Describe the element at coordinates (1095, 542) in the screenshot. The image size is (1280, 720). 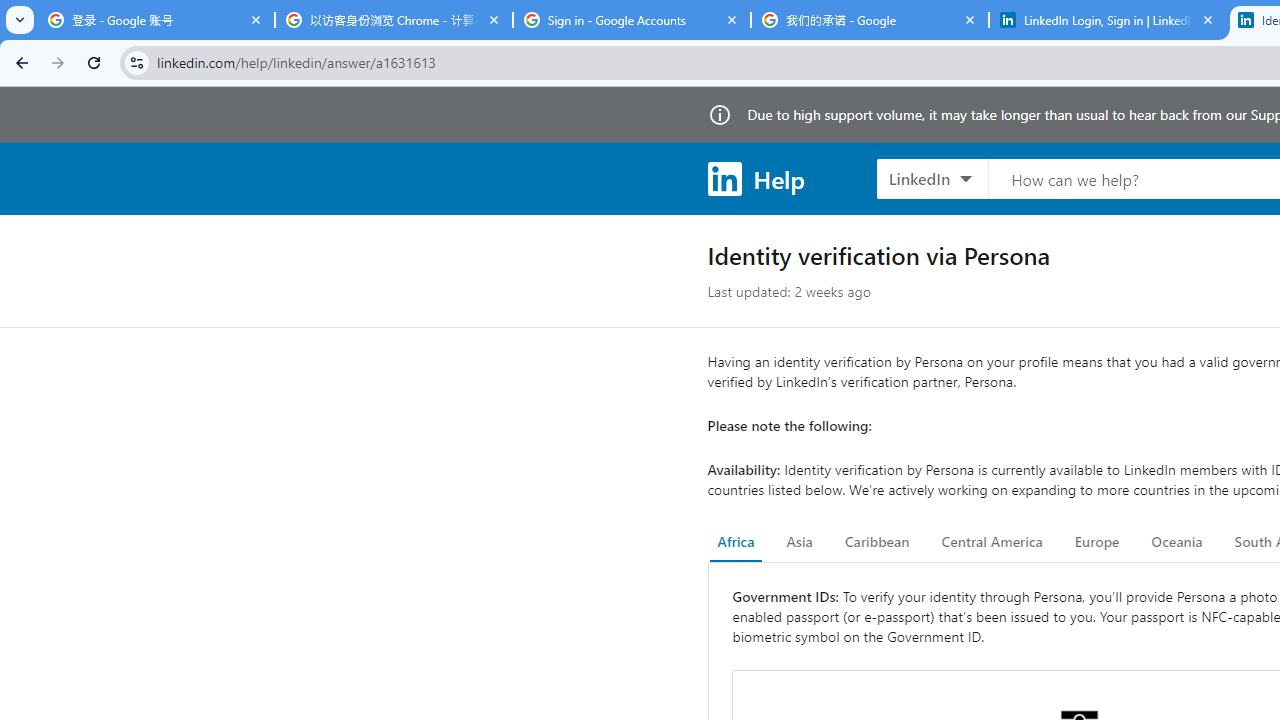
I see `'Europe'` at that location.